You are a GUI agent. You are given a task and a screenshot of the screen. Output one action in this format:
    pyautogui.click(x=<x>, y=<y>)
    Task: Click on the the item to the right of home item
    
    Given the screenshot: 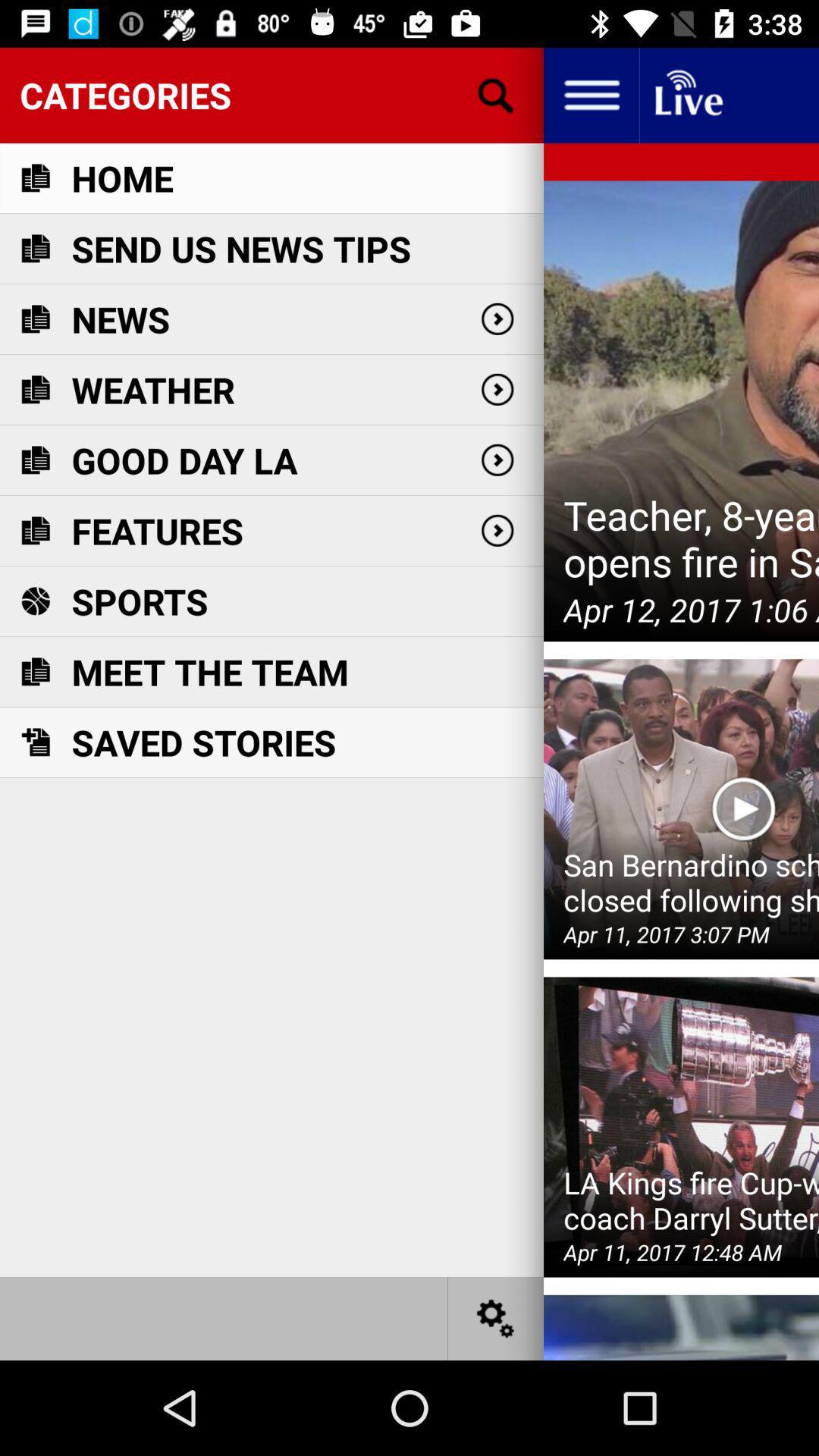 What is the action you would take?
    pyautogui.click(x=496, y=94)
    